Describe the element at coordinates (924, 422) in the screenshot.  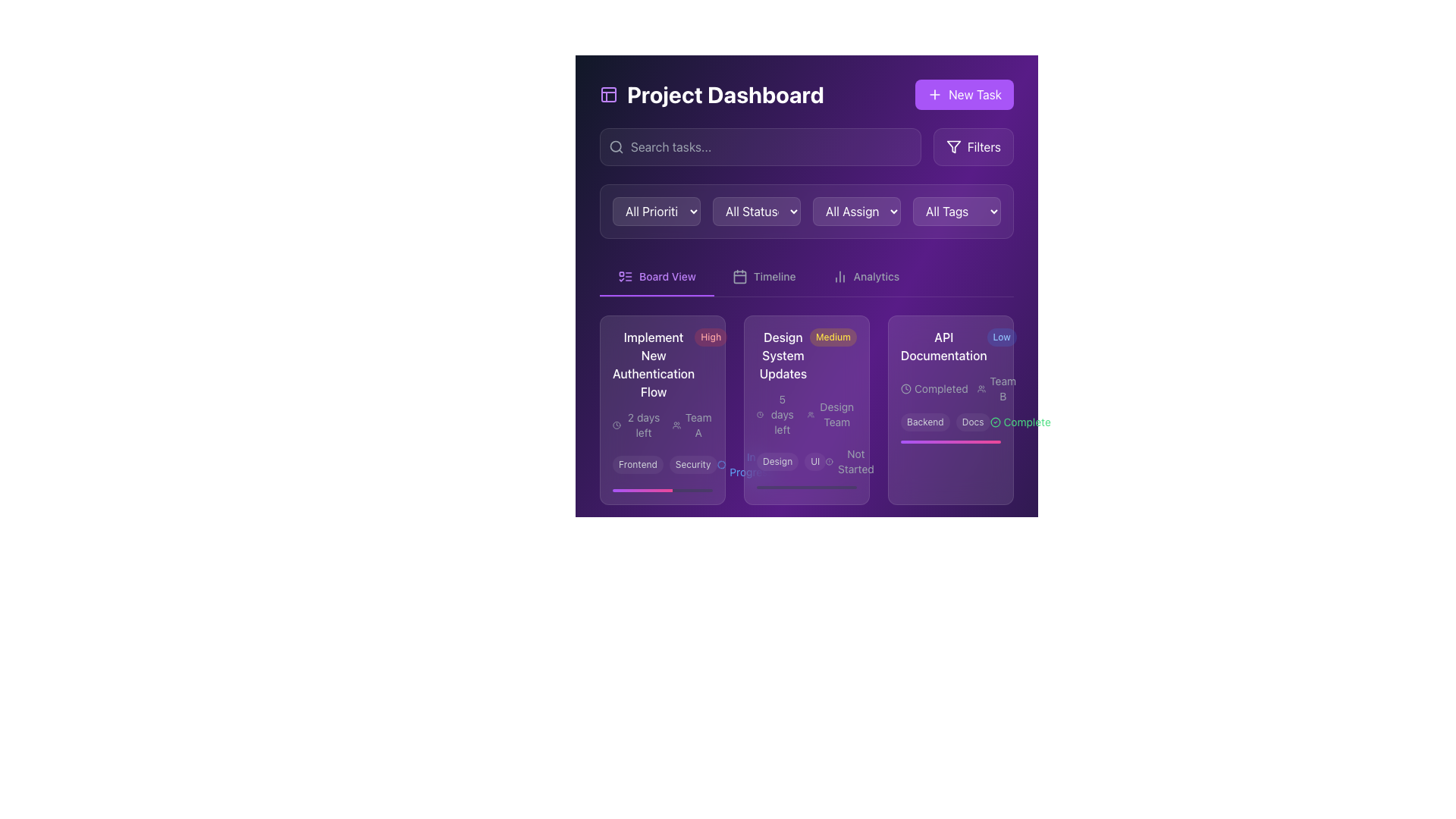
I see `the 'Backend' label, which is a small, rounded rectangle with light gray text on a semi-transparent purplish background, located at the bottom section of the 'API Documentation' card and positioned to the left of the 'Docs' label` at that location.